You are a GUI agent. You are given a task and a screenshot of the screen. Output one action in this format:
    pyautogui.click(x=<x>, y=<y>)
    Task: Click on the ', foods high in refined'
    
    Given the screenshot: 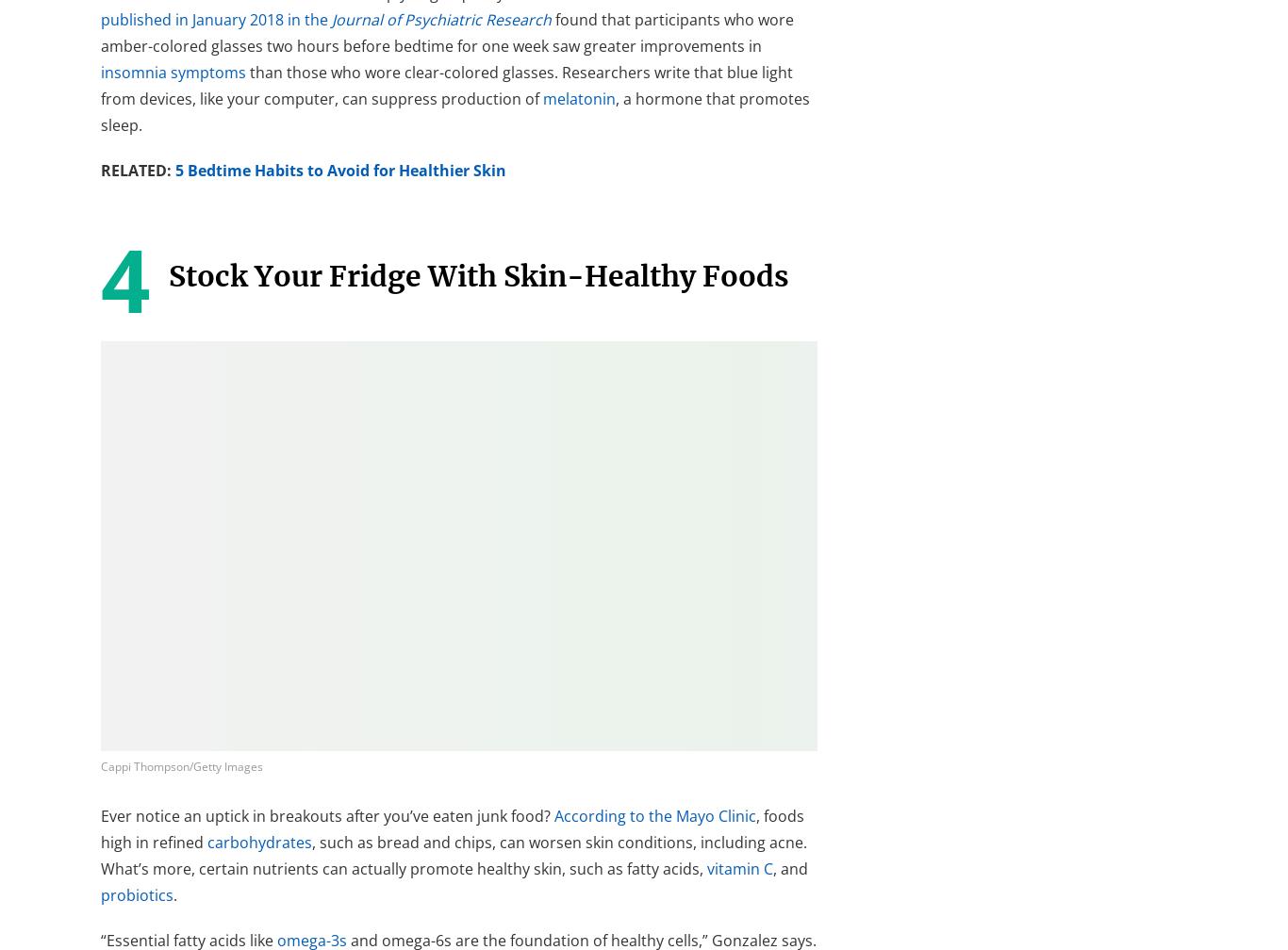 What is the action you would take?
    pyautogui.click(x=453, y=827)
    